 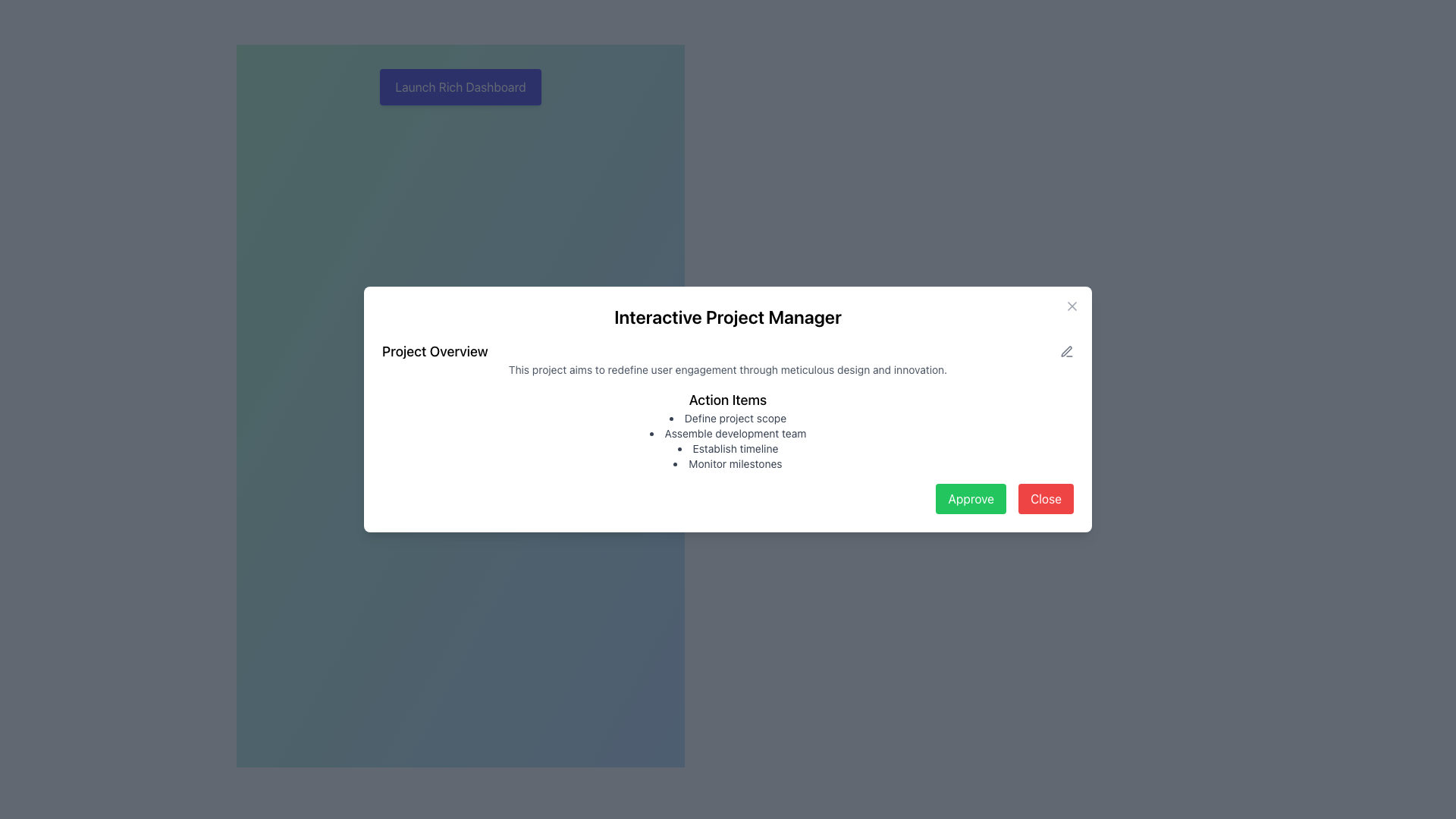 I want to click on the text element that says 'Monitor milestones', the last item in the bullet point list under the 'Action Items' heading in the 'Interactive Project Manager' modal dialog box, so click(x=728, y=463).